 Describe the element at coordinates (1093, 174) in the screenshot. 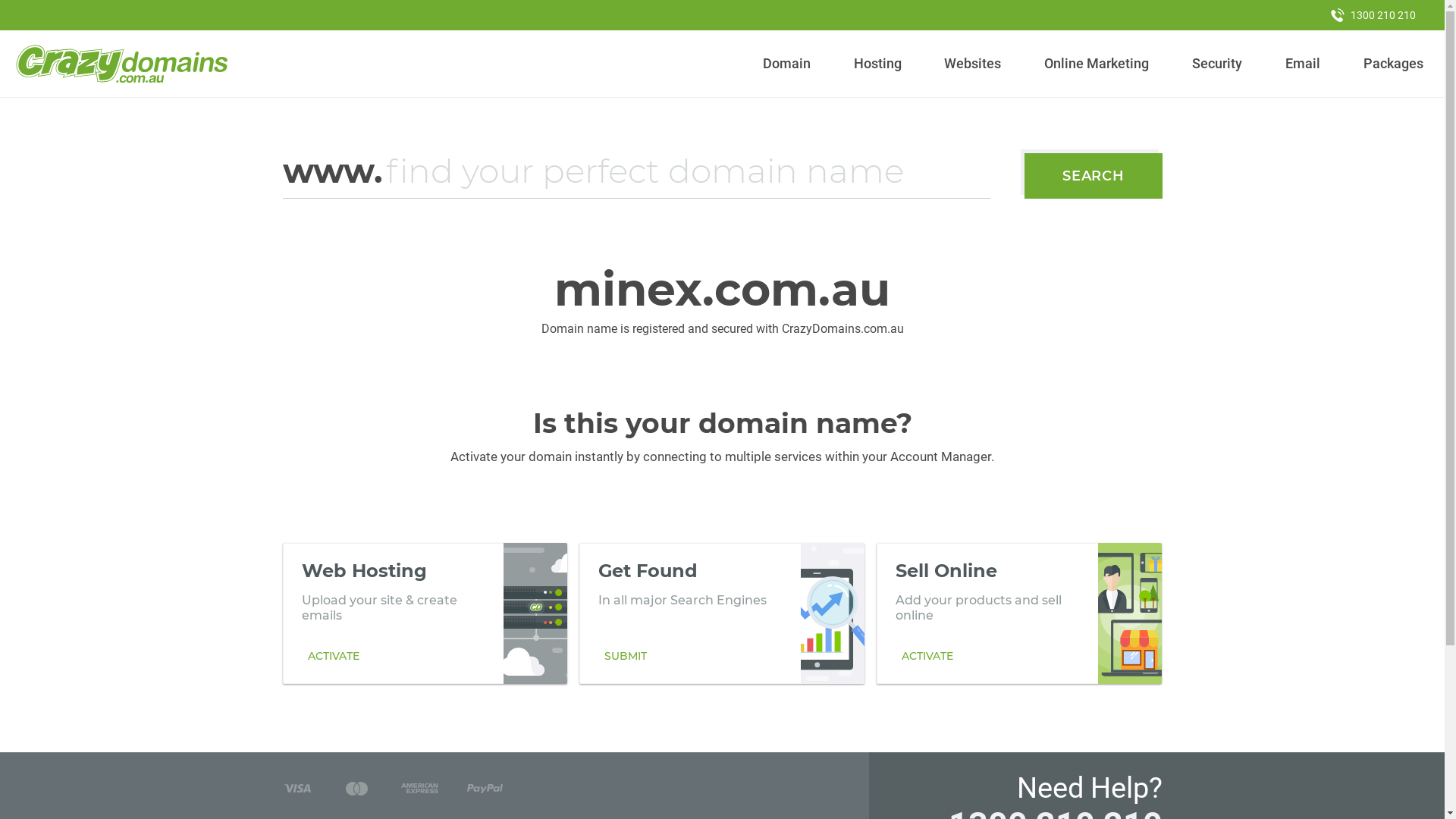

I see `'SEARCH'` at that location.